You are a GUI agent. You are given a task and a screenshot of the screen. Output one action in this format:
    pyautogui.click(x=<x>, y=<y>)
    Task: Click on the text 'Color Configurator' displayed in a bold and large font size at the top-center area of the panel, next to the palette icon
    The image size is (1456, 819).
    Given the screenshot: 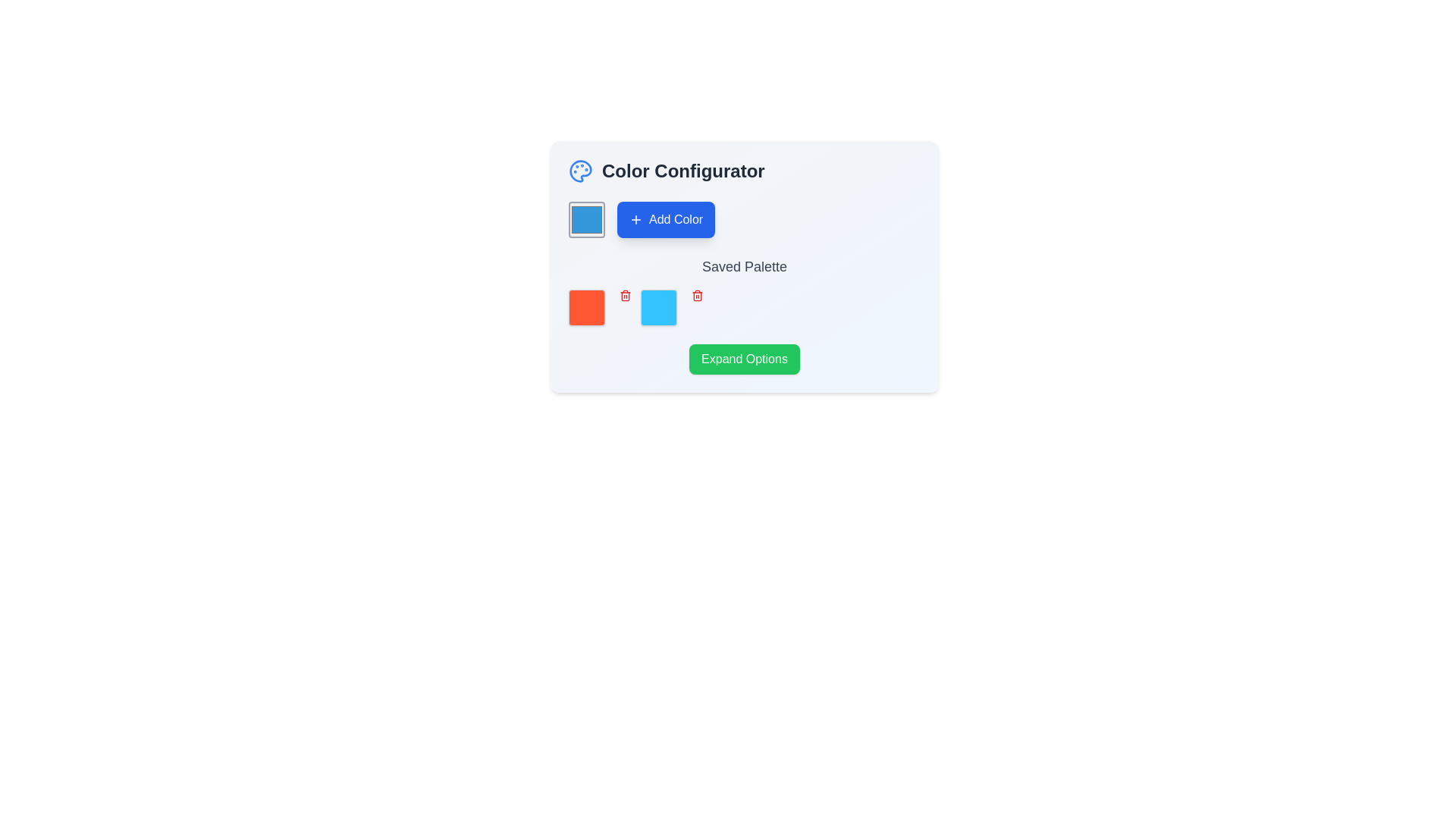 What is the action you would take?
    pyautogui.click(x=745, y=171)
    